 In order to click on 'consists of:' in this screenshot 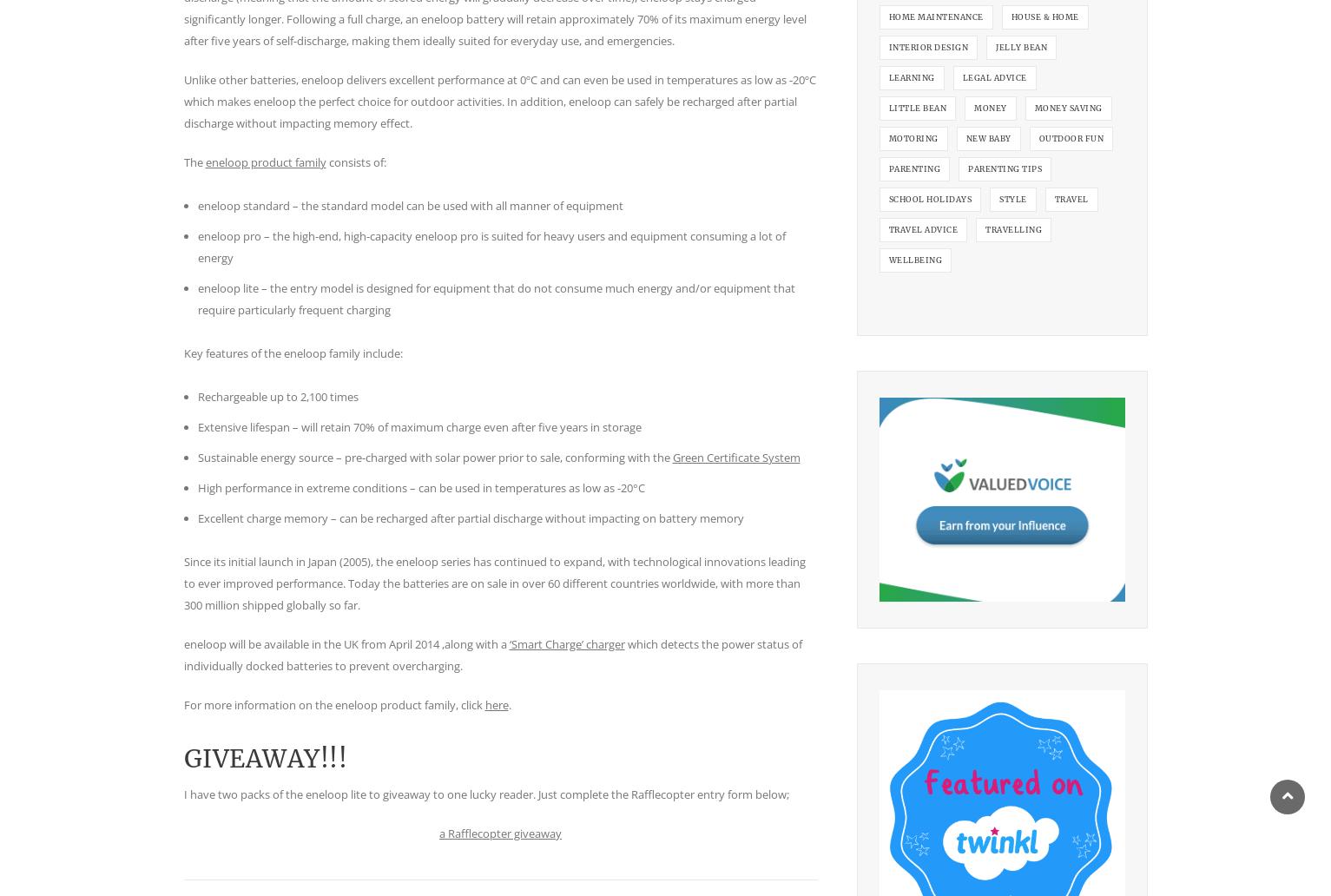, I will do `click(354, 161)`.